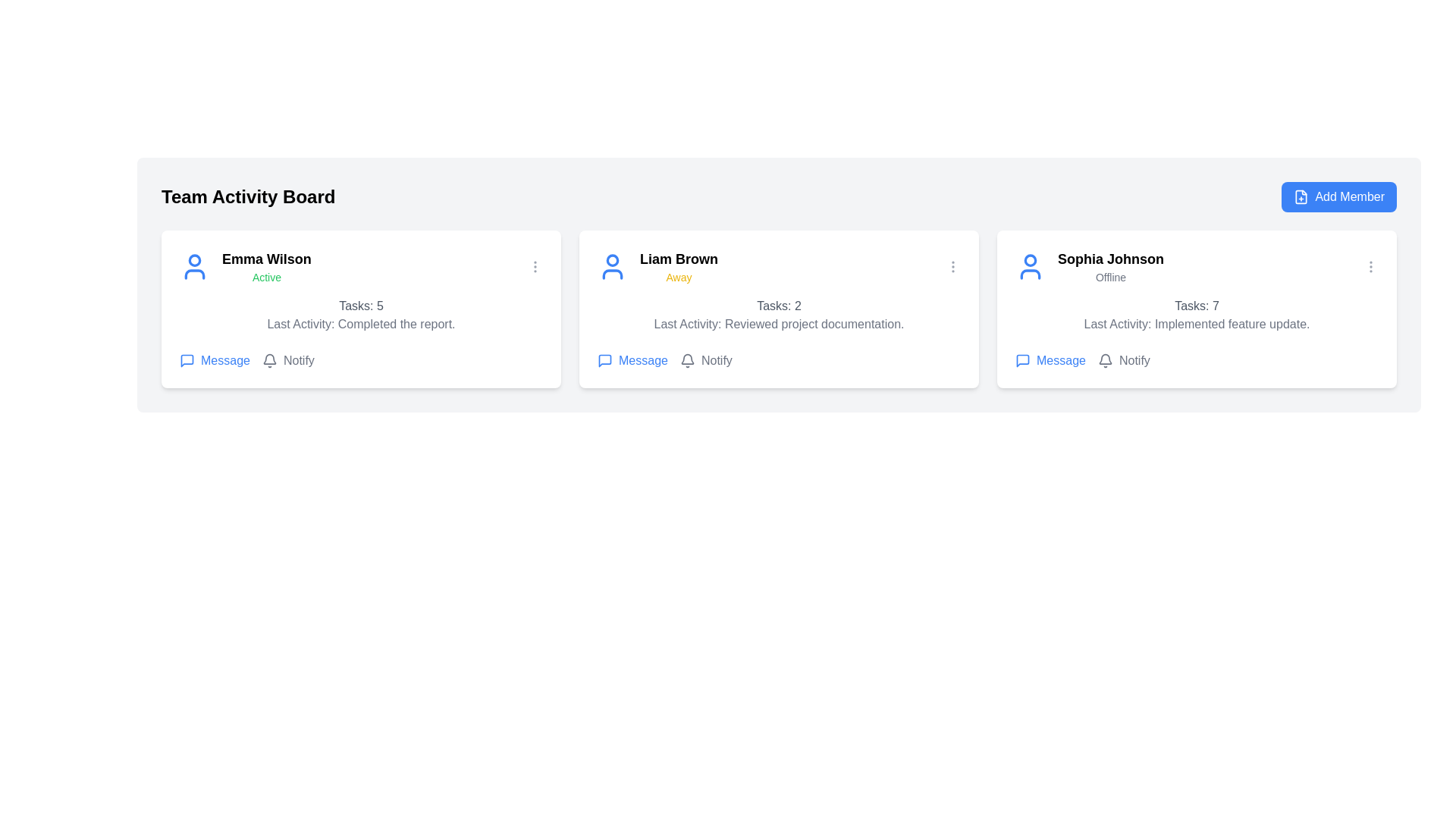 This screenshot has width=1456, height=819. Describe the element at coordinates (1030, 275) in the screenshot. I see `the user profile picture icon in the 'Sophia Johnson' card, located at the top-left corner, above her name and to the left of her status text` at that location.